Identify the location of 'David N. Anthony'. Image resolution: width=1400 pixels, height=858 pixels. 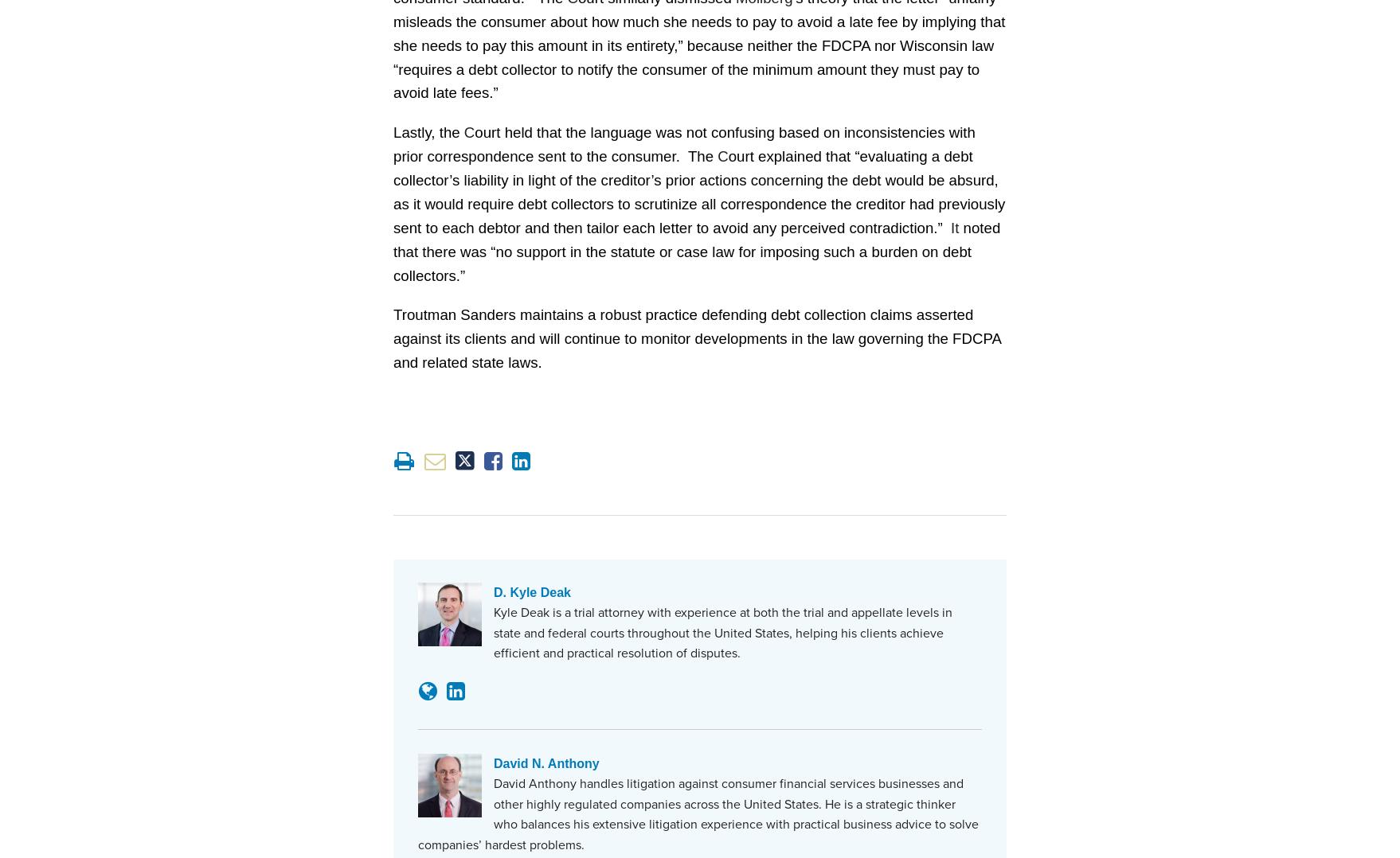
(543, 762).